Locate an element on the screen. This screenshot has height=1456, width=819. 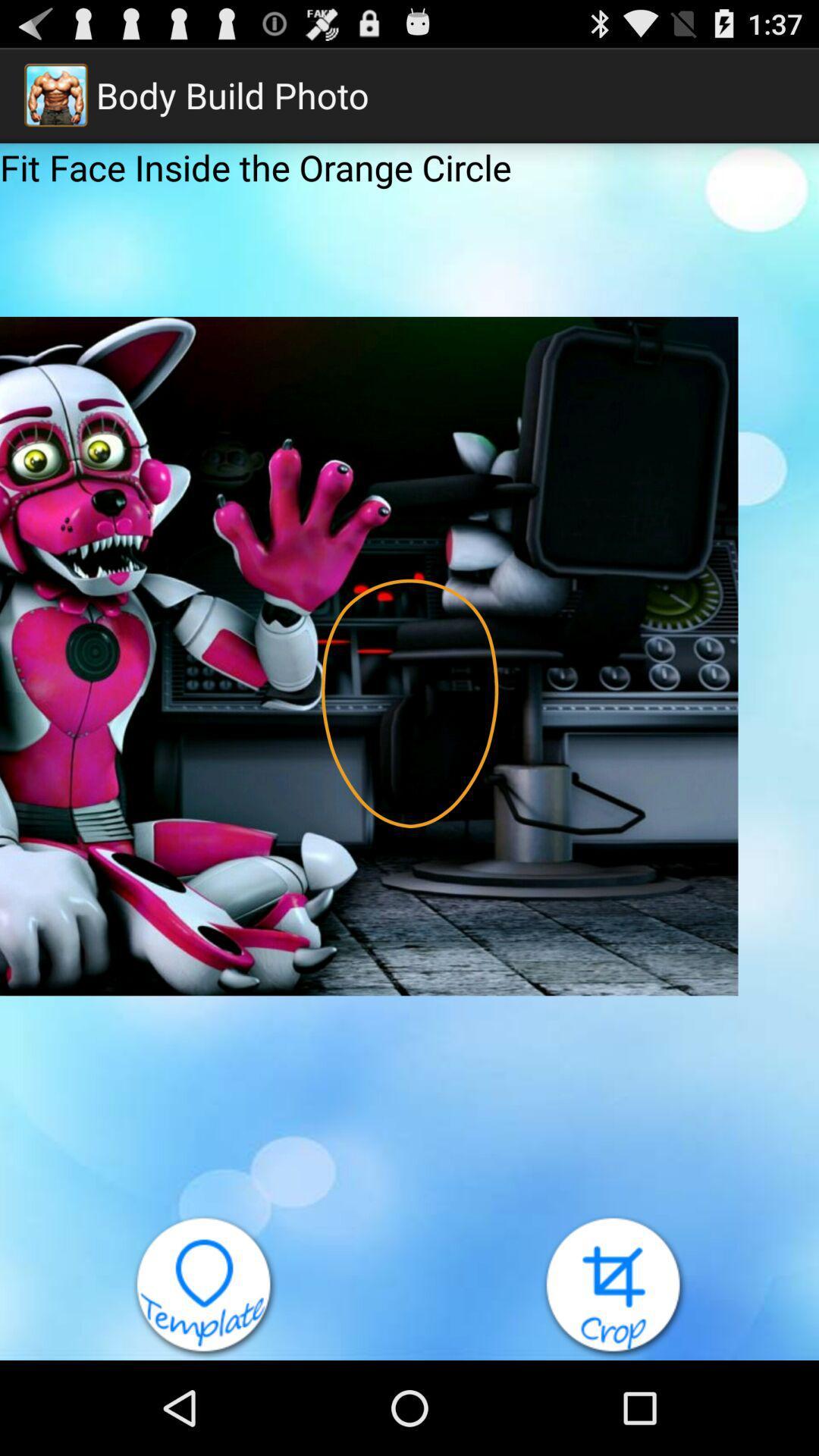
switch template option is located at coordinates (205, 1286).